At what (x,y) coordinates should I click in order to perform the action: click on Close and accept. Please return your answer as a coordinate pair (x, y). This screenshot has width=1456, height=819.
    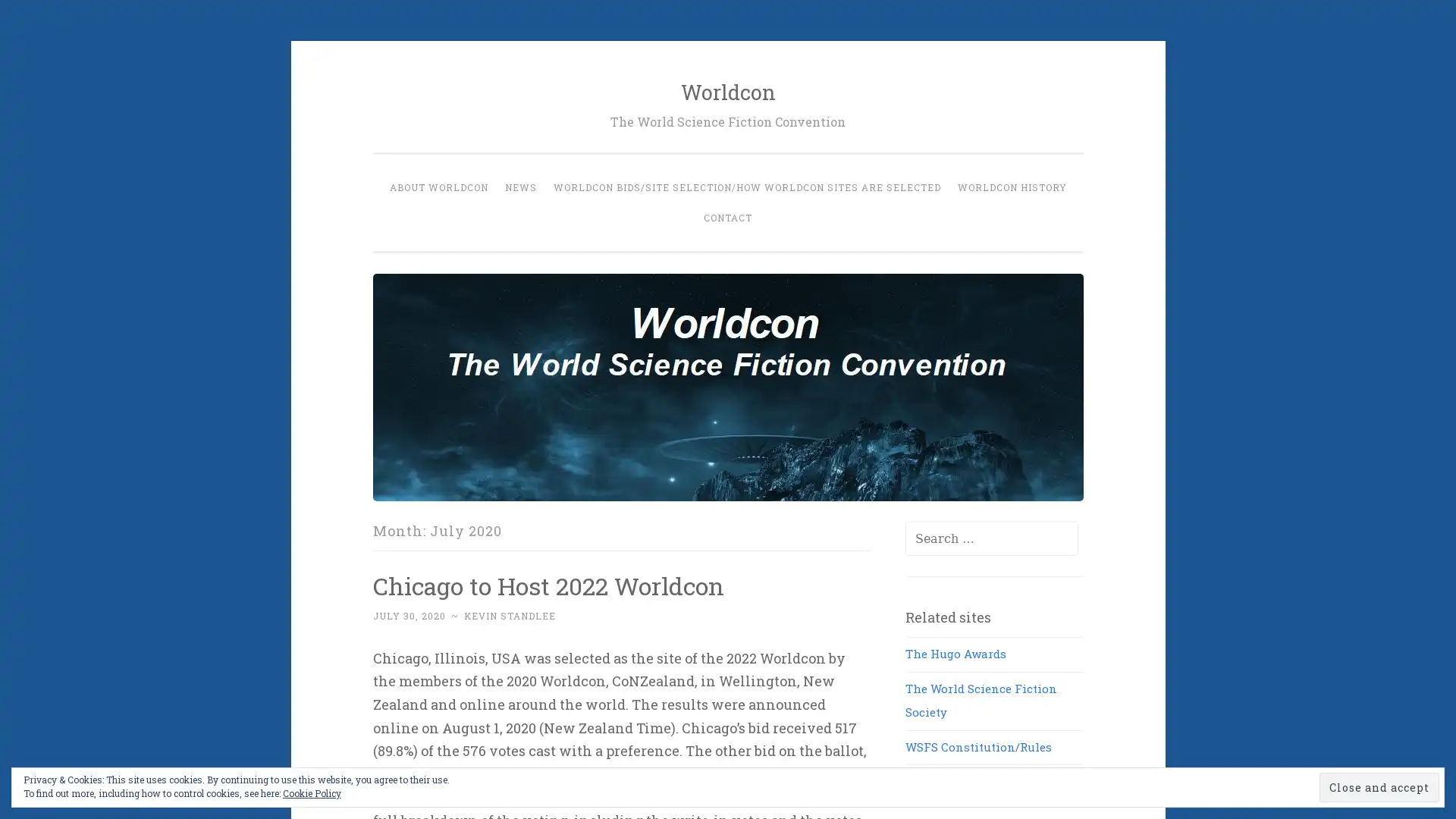
    Looking at the image, I should click on (1379, 786).